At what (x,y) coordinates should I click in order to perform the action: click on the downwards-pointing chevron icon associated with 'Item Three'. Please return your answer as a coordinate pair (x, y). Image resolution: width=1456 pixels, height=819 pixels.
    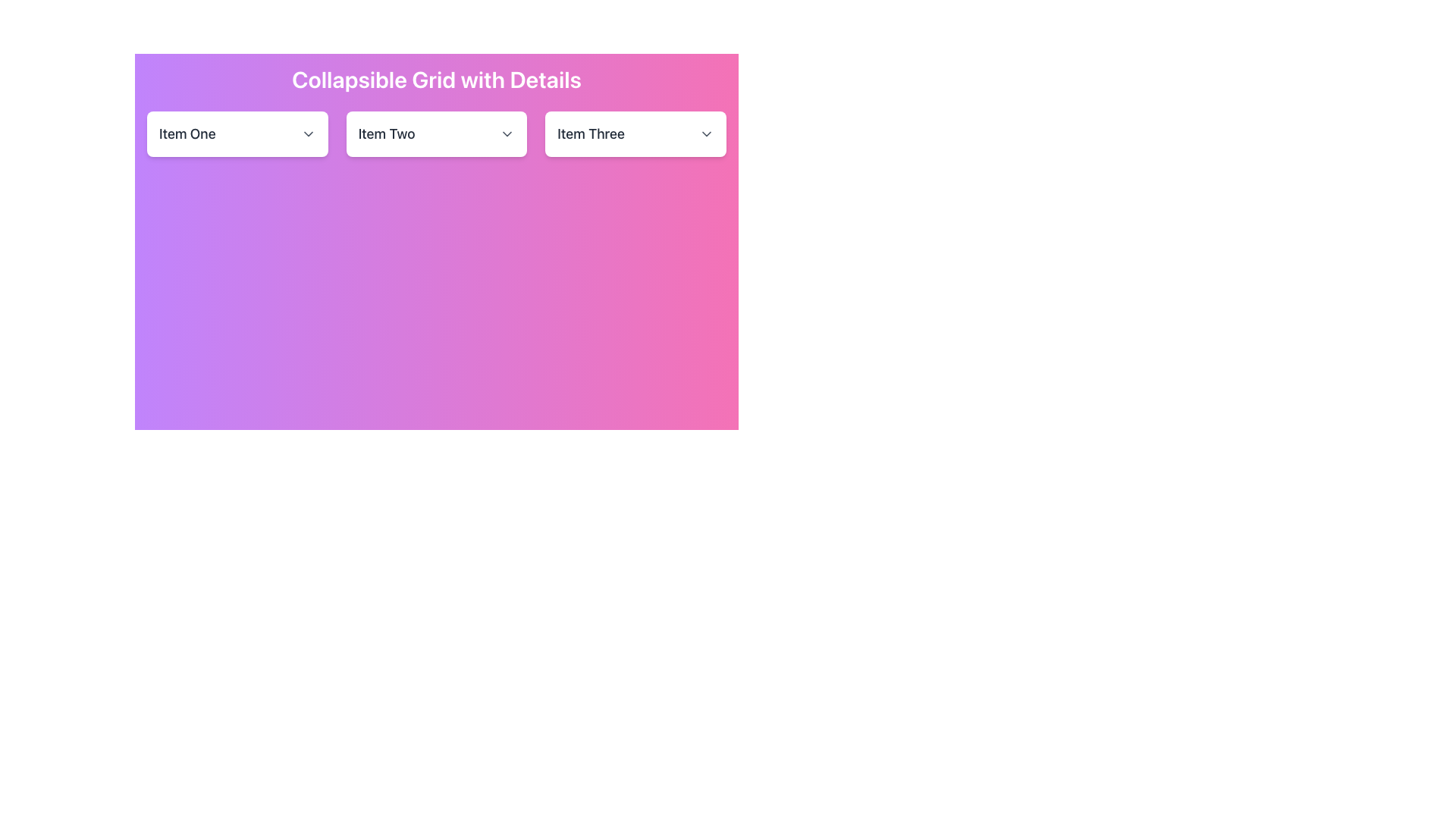
    Looking at the image, I should click on (705, 133).